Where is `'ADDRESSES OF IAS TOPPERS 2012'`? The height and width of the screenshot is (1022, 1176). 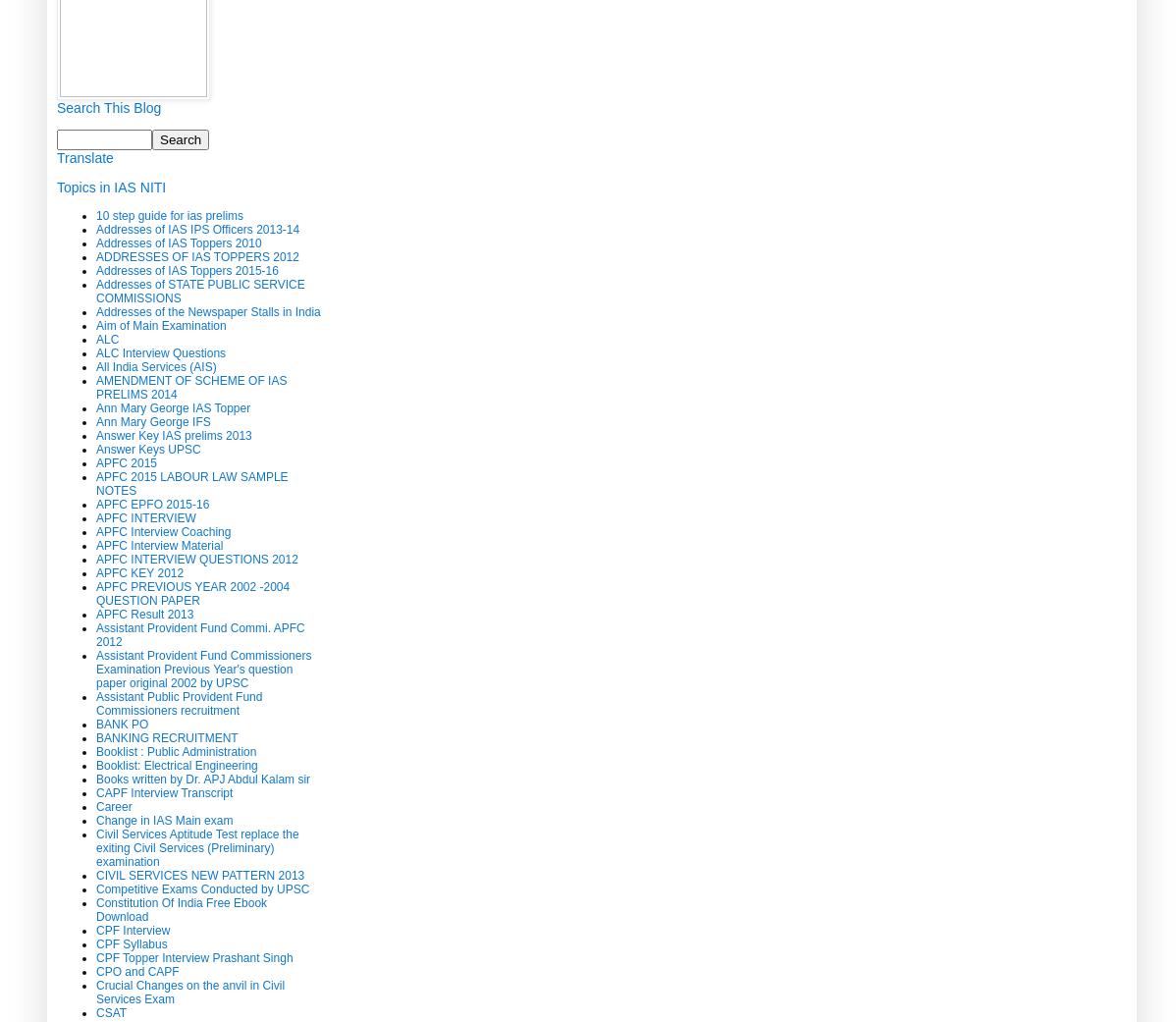
'ADDRESSES OF IAS TOPPERS 2012' is located at coordinates (197, 254).